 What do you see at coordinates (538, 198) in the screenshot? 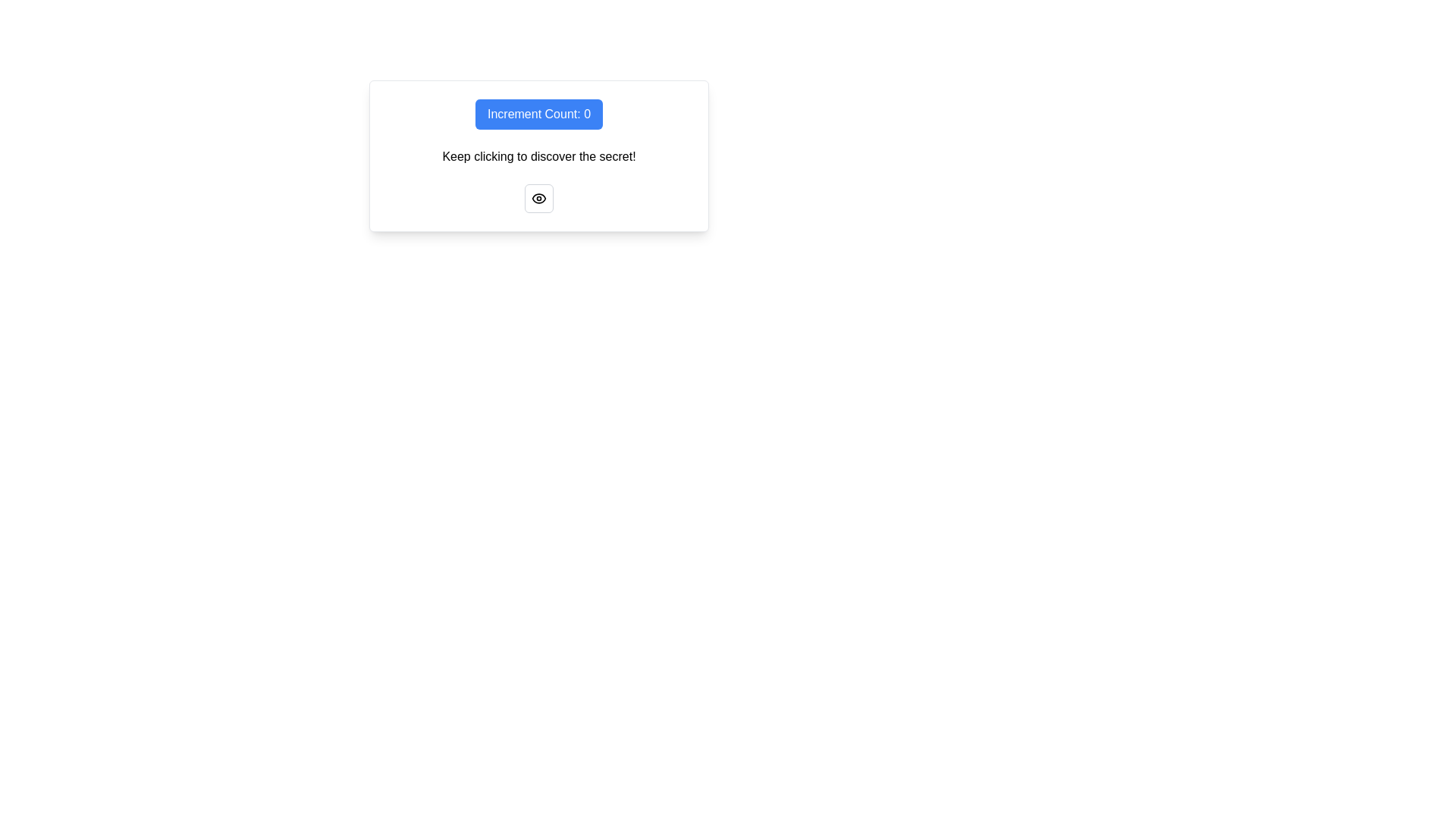
I see `the eye icon located at the bottom center of the card, which is distinctively recognizable as the only icon in that area` at bounding box center [538, 198].